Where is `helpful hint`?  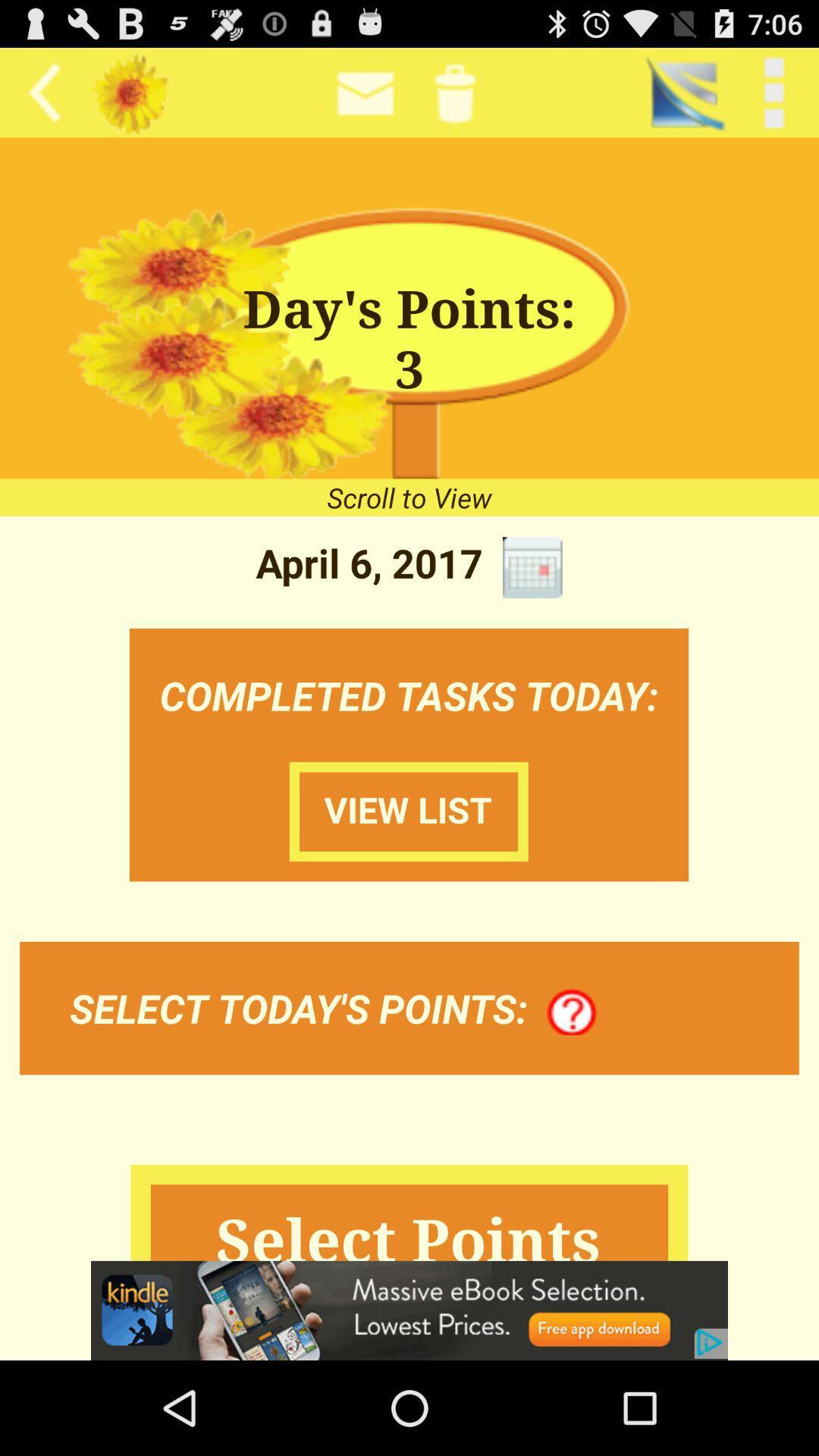 helpful hint is located at coordinates (572, 1012).